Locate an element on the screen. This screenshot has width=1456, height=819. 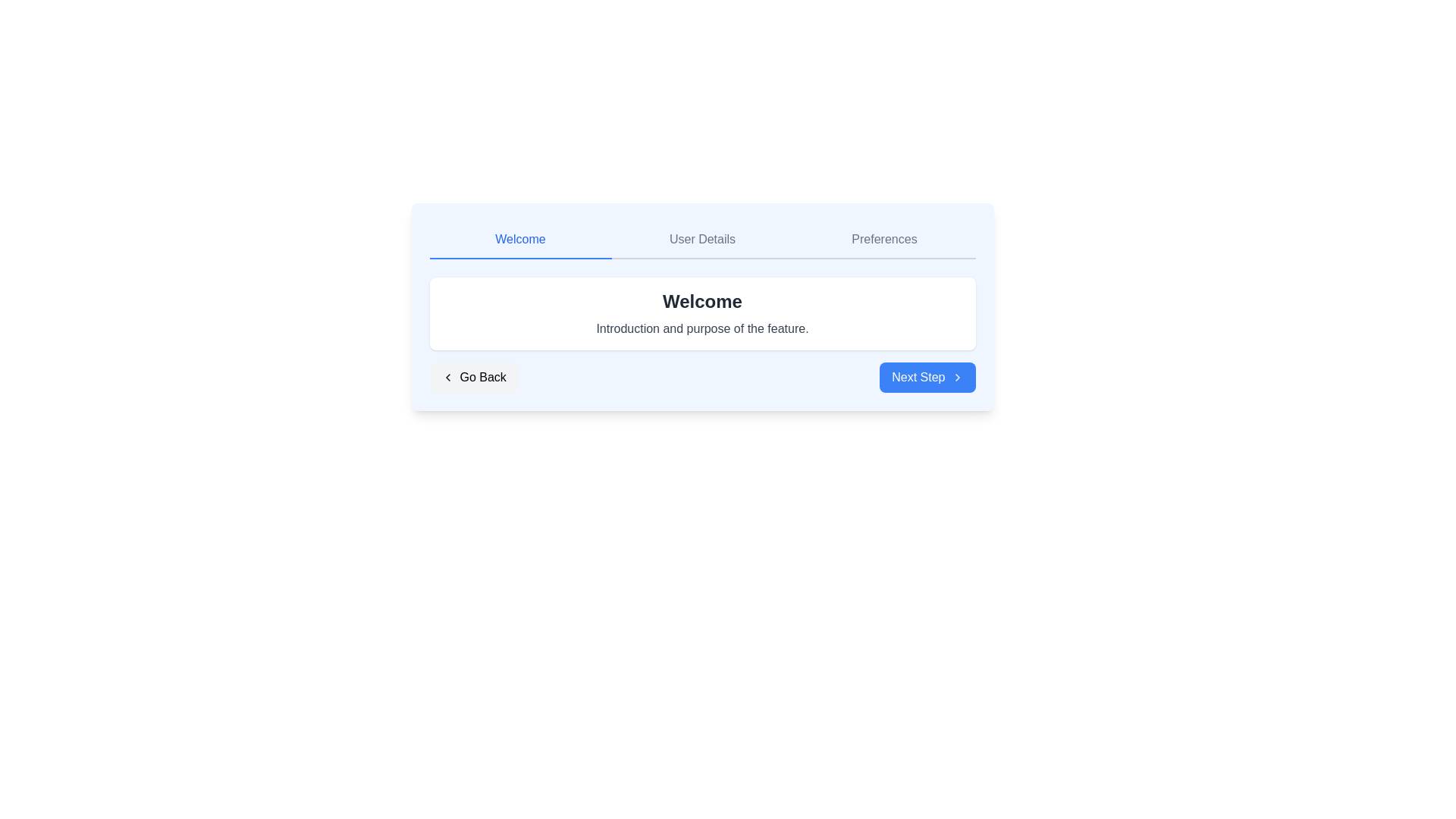
the static text label providing introductory information about a feature, located directly below the 'Welcome' heading within a rounded white box is located at coordinates (701, 328).